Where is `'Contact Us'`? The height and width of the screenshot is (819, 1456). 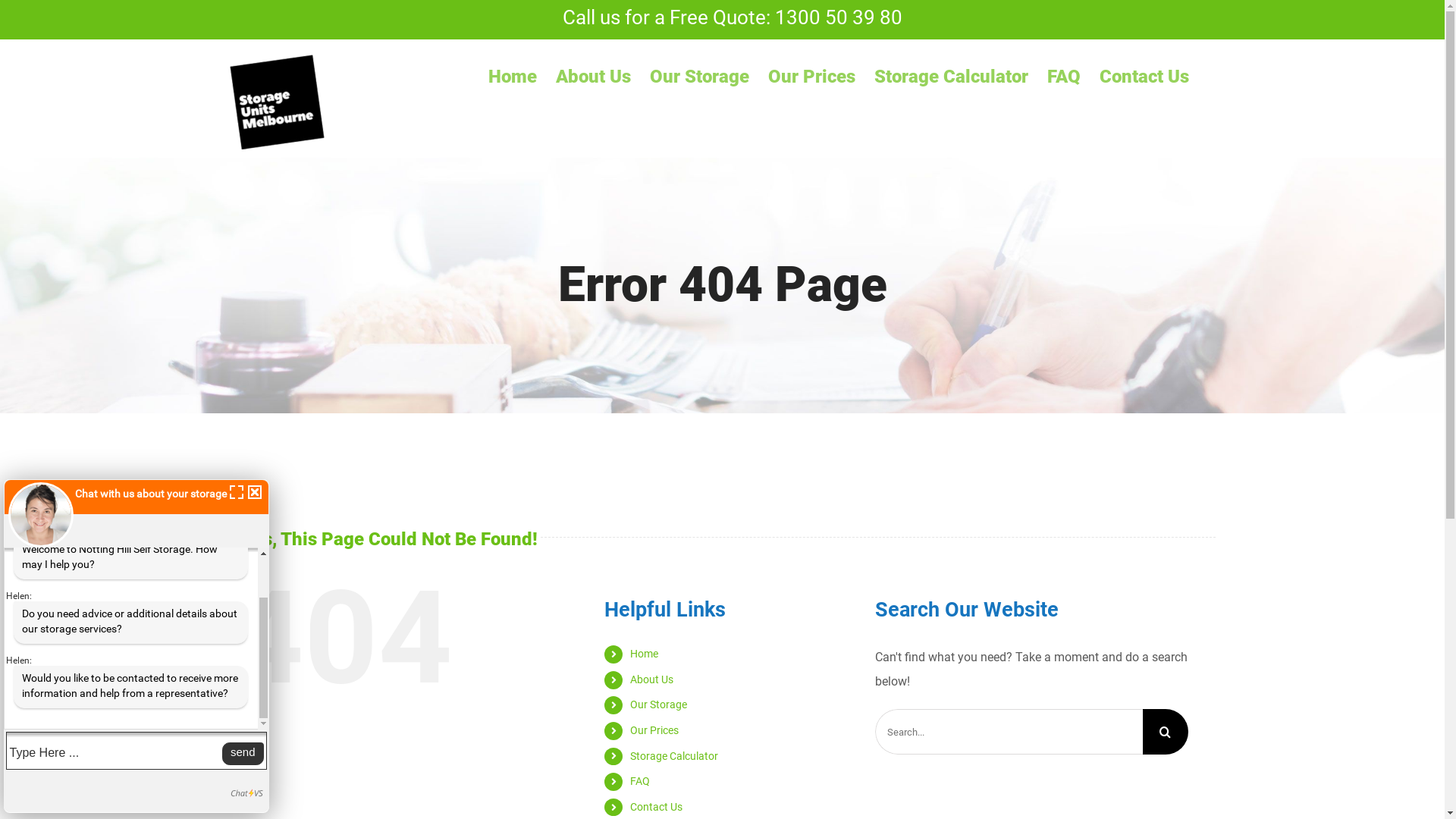
'Contact Us' is located at coordinates (656, 806).